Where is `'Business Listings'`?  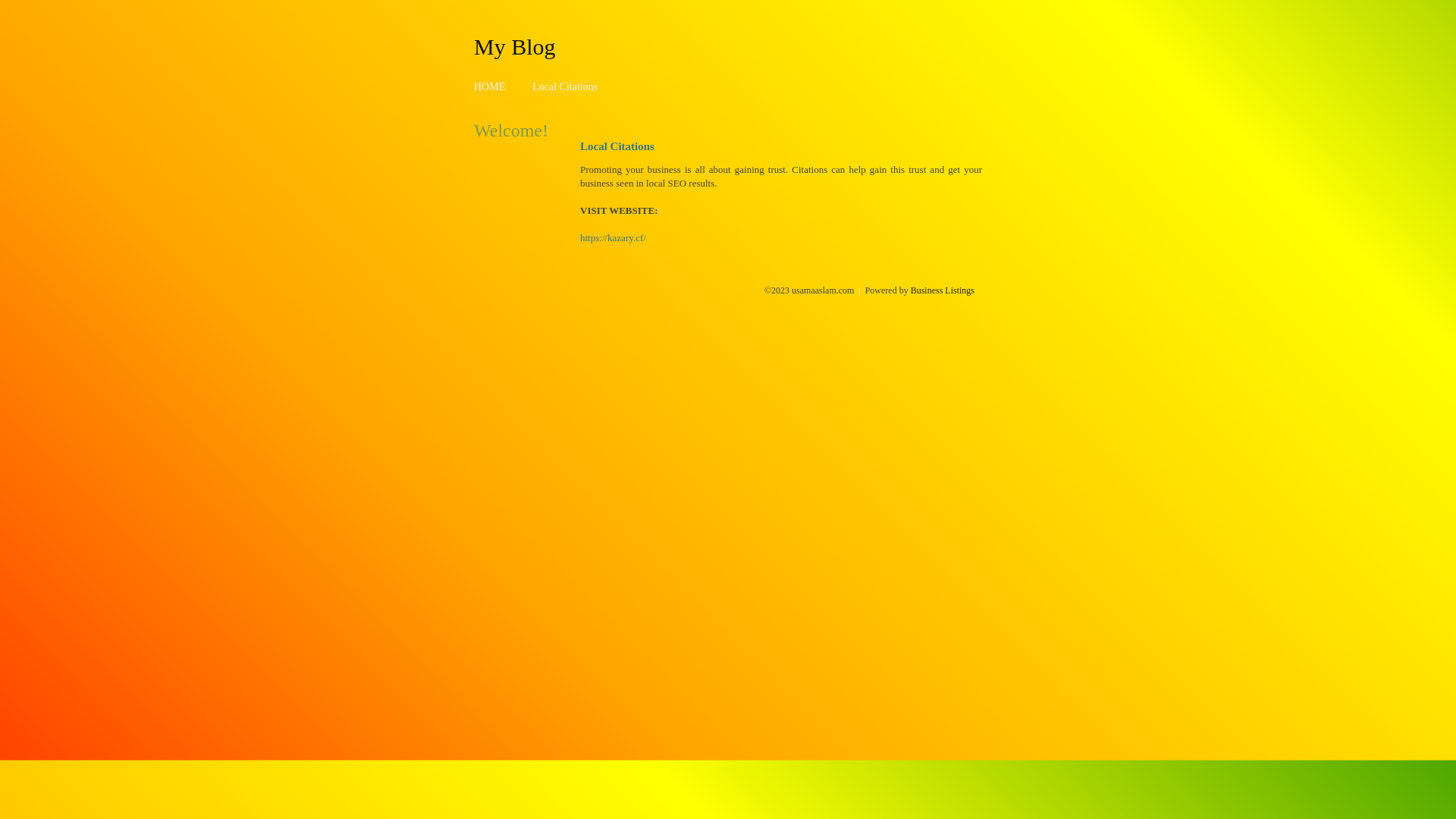 'Business Listings' is located at coordinates (942, 290).